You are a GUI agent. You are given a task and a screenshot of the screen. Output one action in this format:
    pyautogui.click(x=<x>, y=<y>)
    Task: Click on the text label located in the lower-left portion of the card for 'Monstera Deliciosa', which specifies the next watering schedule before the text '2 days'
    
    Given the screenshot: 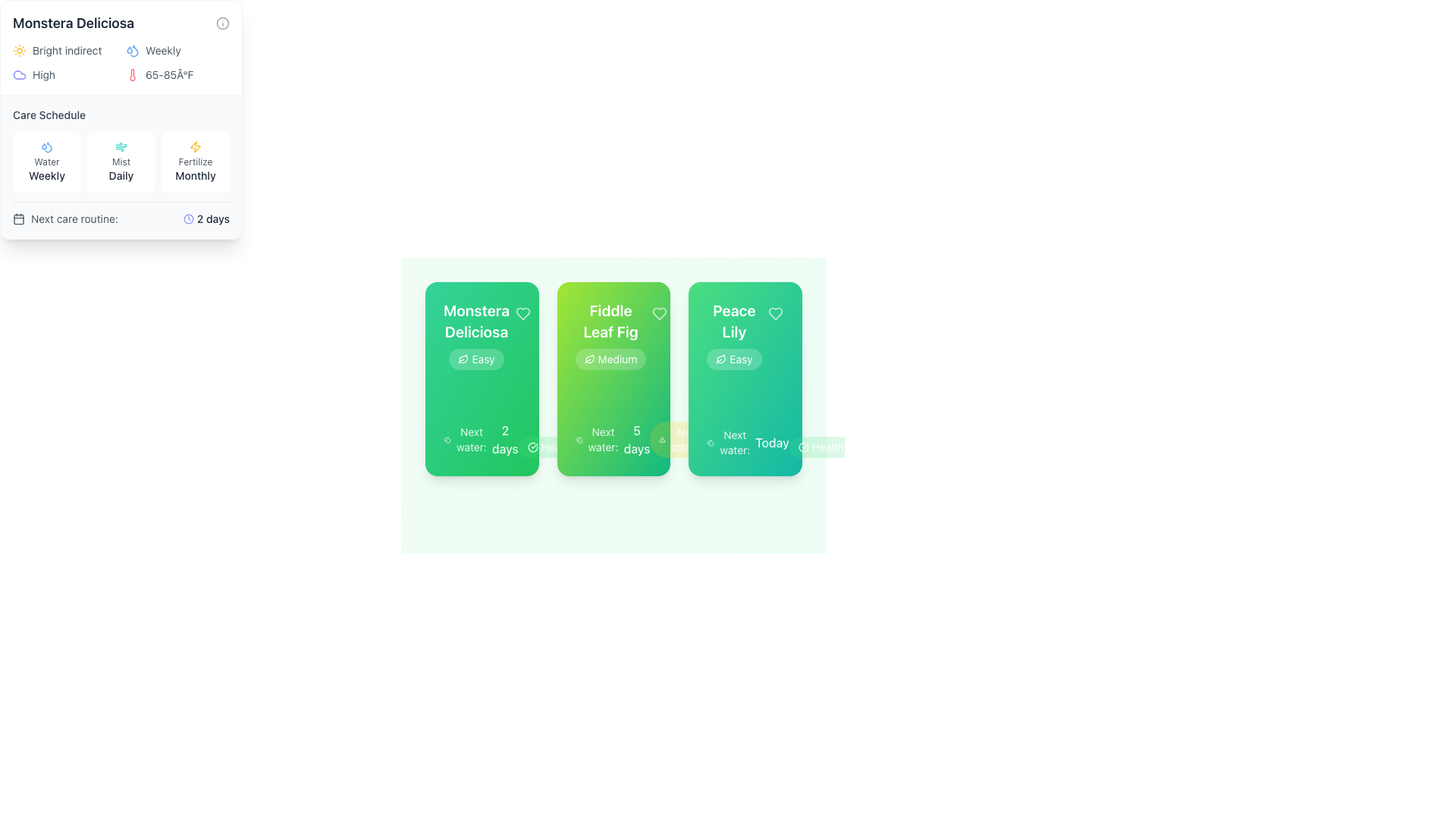 What is the action you would take?
    pyautogui.click(x=470, y=439)
    